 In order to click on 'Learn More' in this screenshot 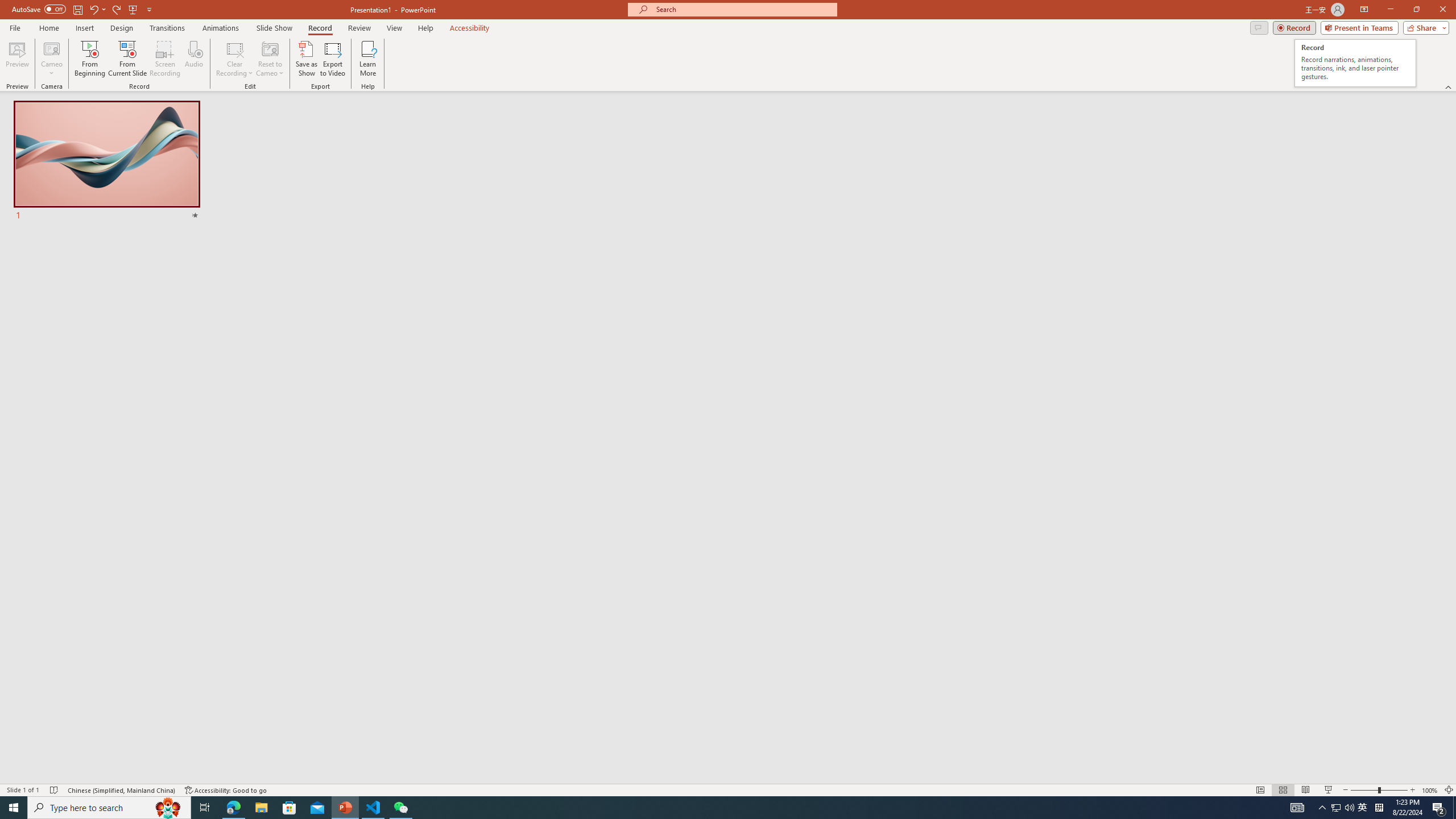, I will do `click(368, 59)`.